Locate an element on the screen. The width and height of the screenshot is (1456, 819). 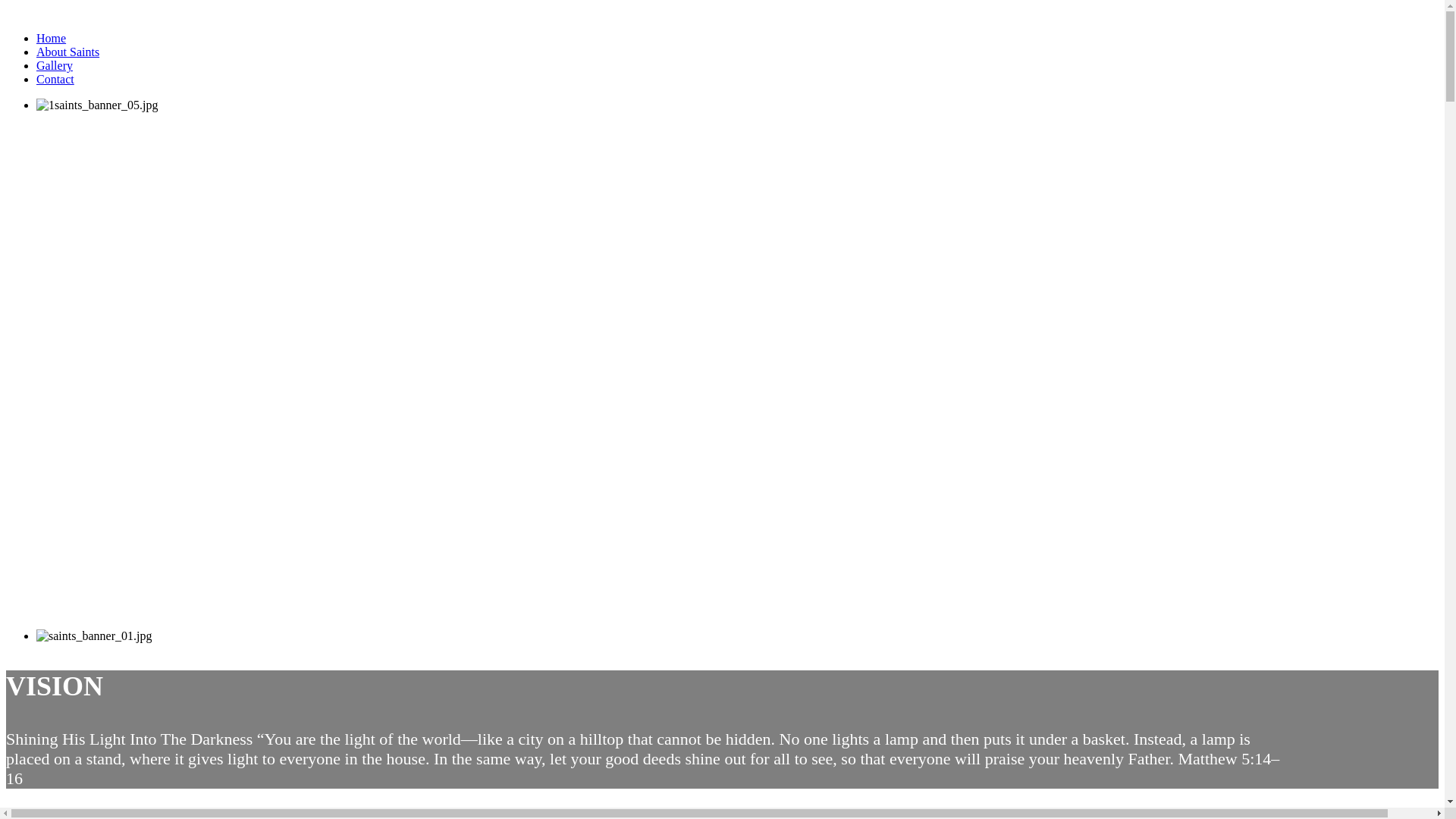
'Contact' is located at coordinates (36, 79).